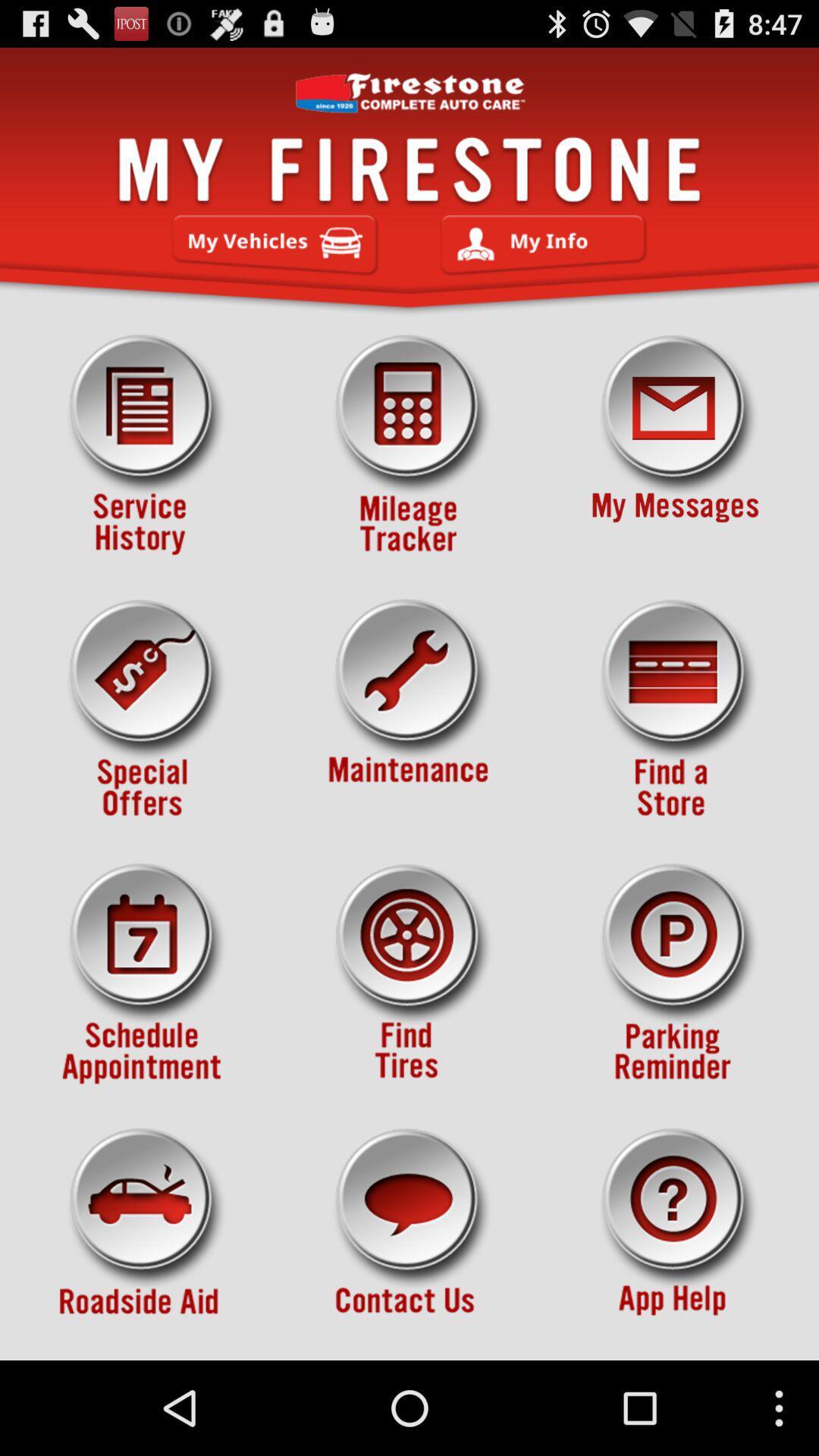  What do you see at coordinates (409, 444) in the screenshot?
I see `calculate the value` at bounding box center [409, 444].